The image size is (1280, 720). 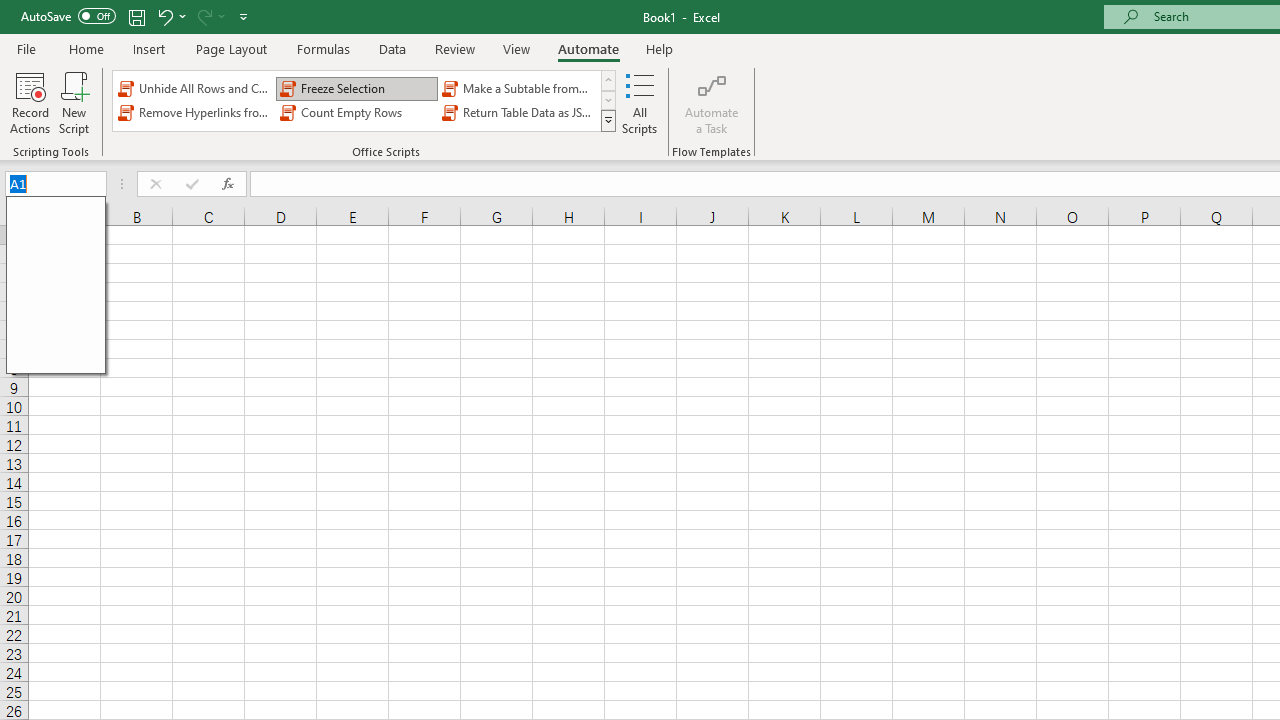 I want to click on 'Freeze Selection', so click(x=357, y=87).